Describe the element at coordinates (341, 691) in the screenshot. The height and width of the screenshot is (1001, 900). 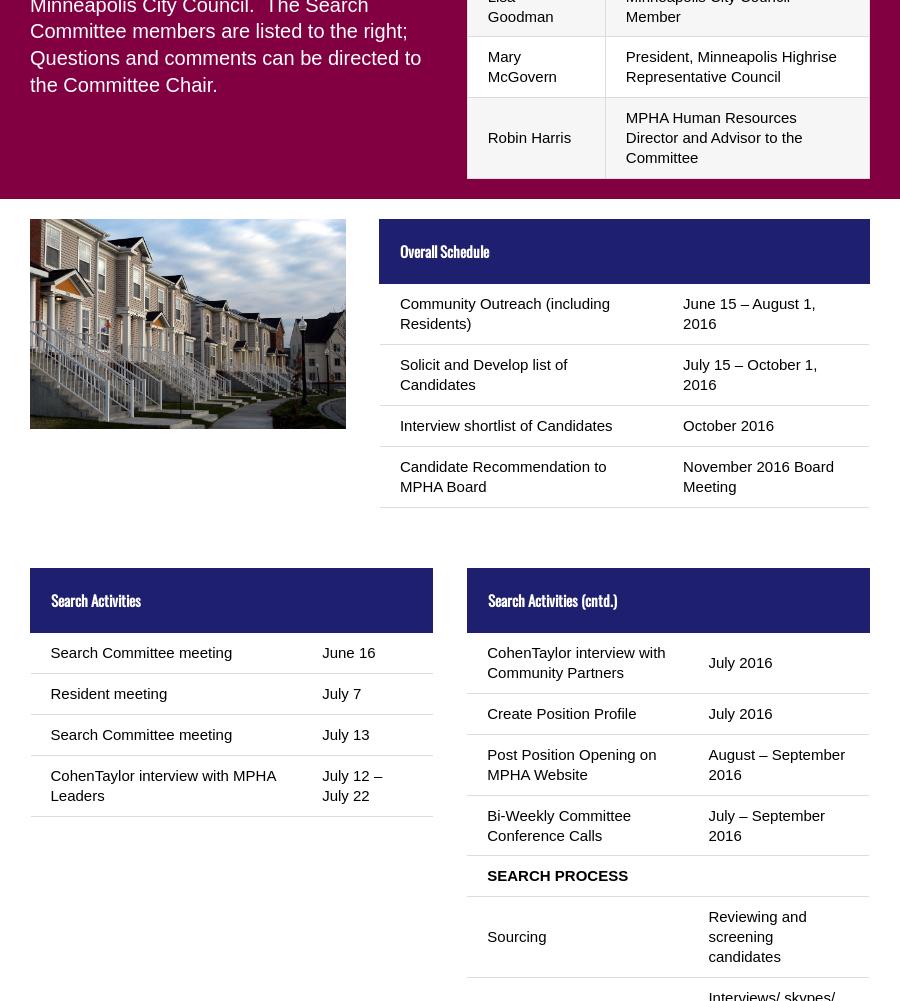
I see `'July 7'` at that location.